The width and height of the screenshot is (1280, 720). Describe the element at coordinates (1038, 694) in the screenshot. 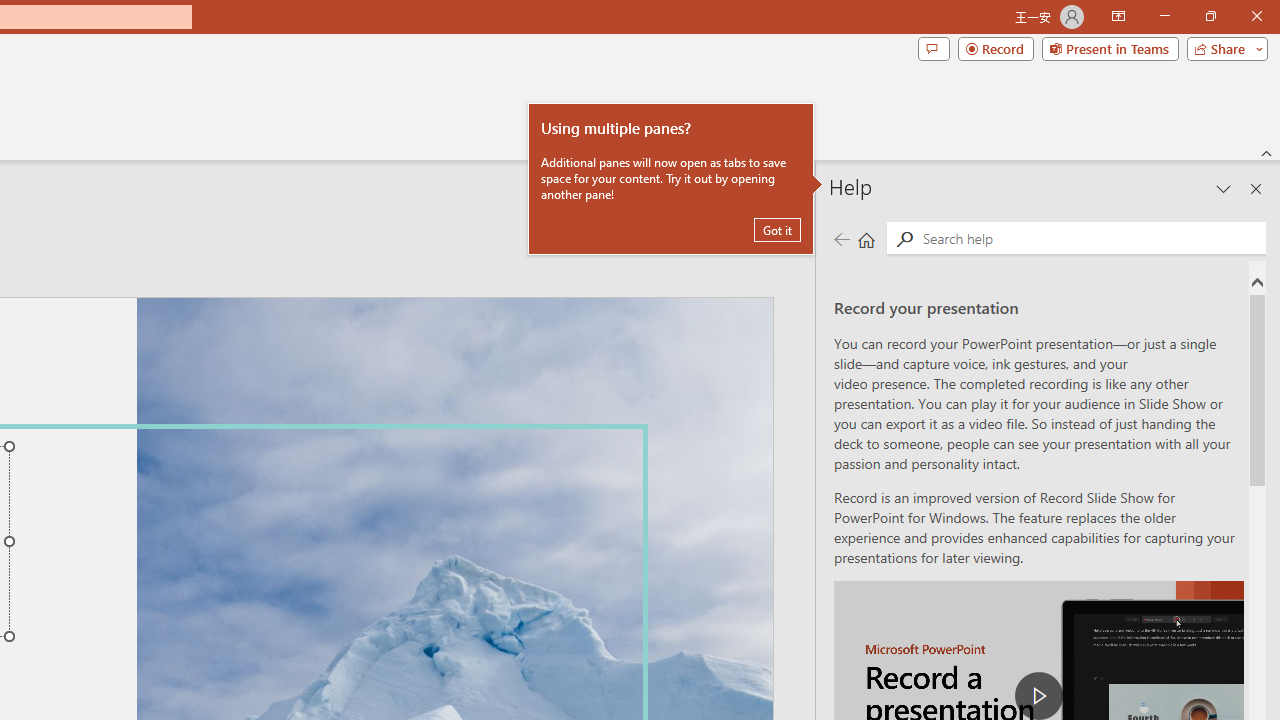

I see `'play Record a Presentation'` at that location.